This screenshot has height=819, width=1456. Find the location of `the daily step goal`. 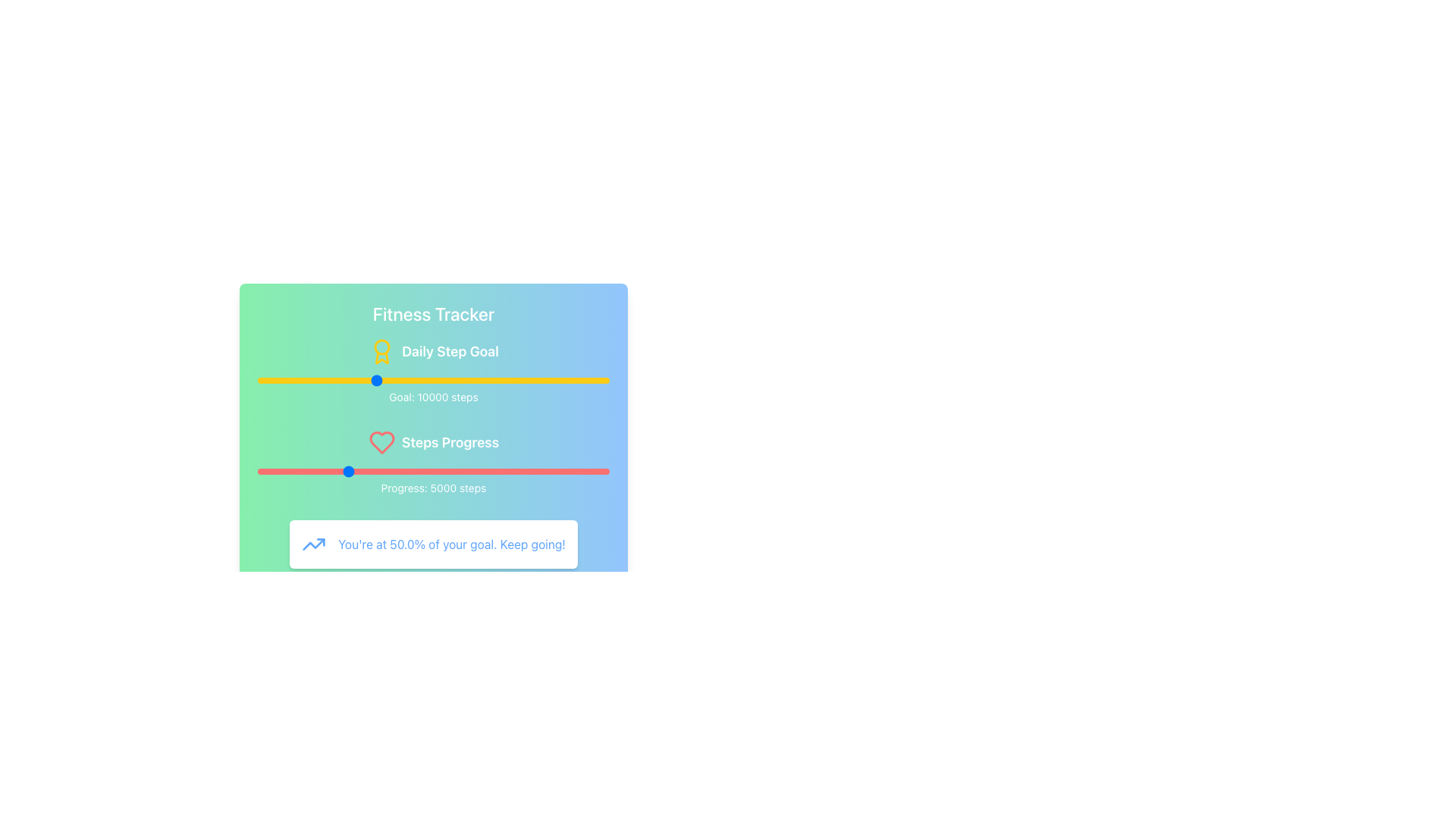

the daily step goal is located at coordinates (442, 379).